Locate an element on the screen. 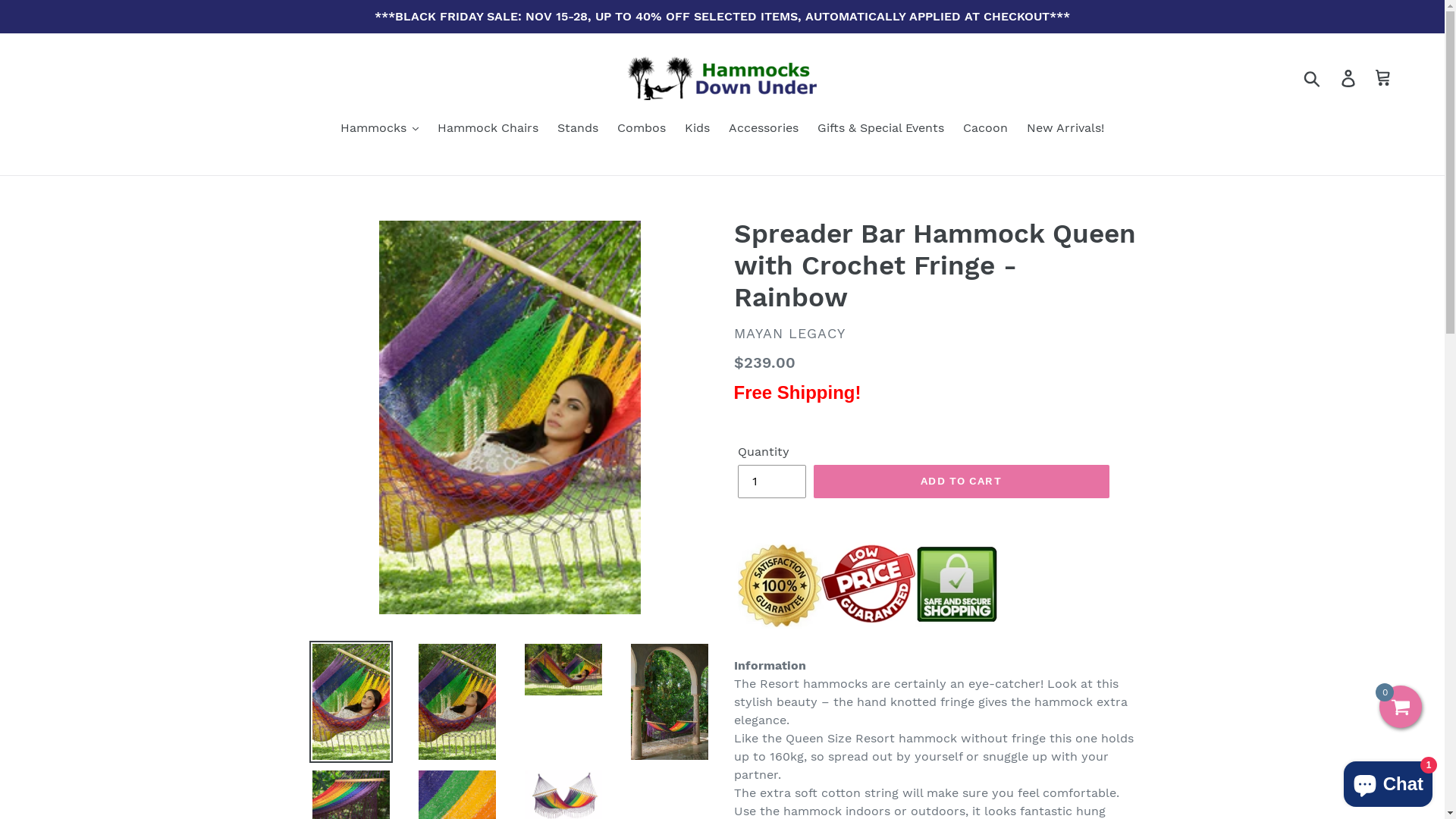  'New Arrivals!' is located at coordinates (1065, 128).